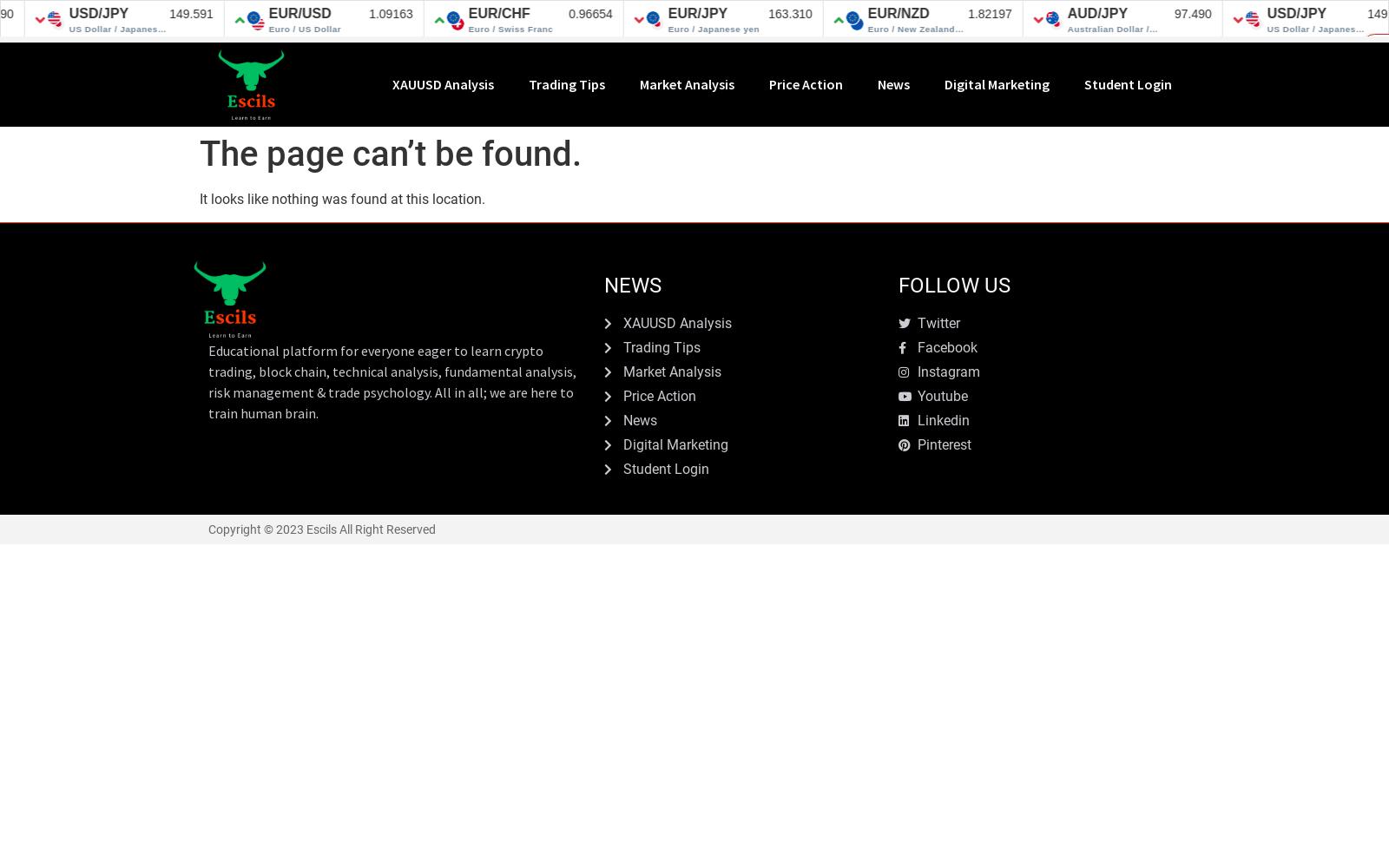  What do you see at coordinates (342, 197) in the screenshot?
I see `'It looks like nothing was found at this location.'` at bounding box center [342, 197].